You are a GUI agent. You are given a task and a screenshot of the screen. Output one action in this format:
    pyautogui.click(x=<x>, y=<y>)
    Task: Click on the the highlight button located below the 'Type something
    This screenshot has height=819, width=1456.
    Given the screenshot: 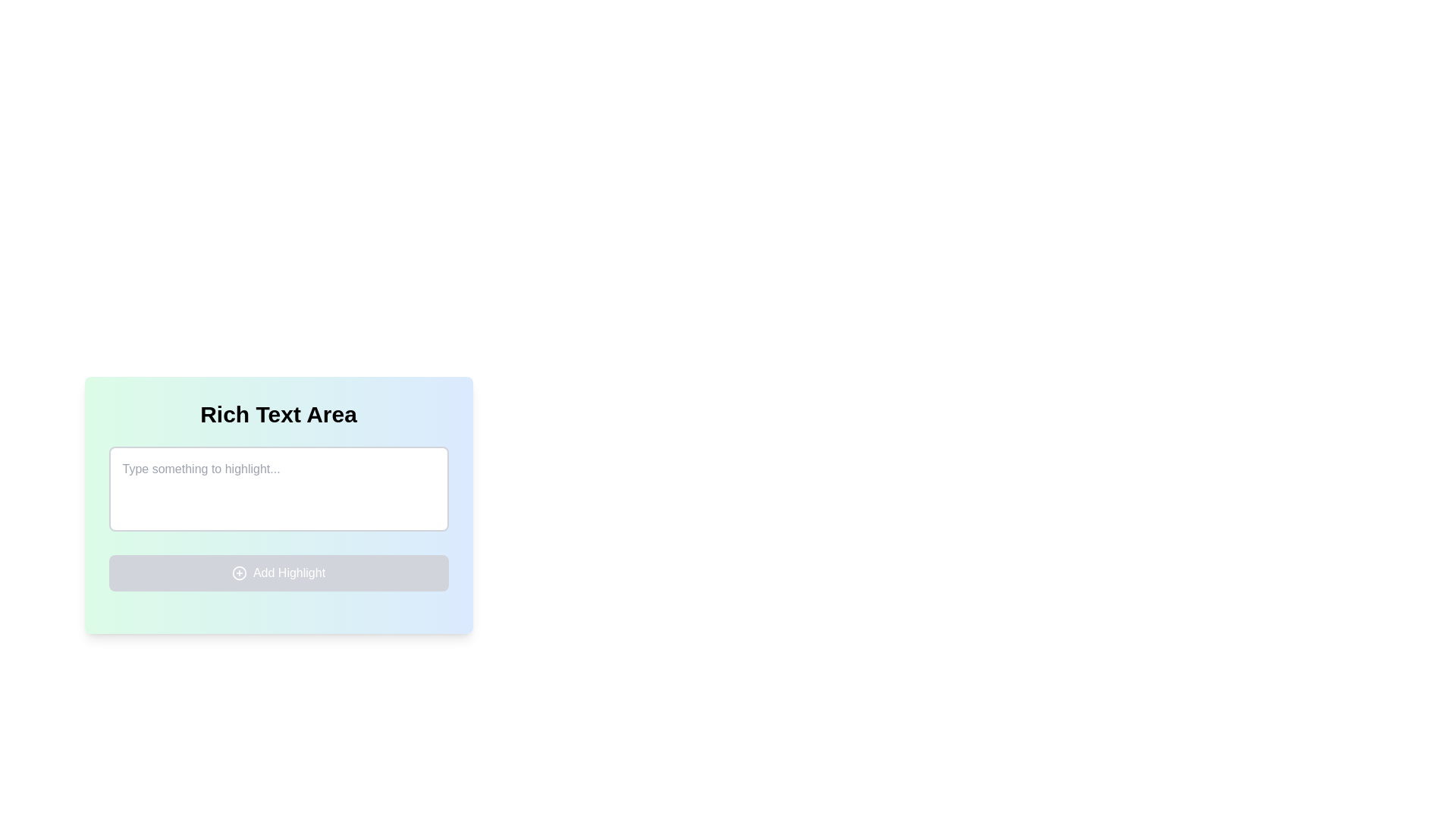 What is the action you would take?
    pyautogui.click(x=278, y=573)
    